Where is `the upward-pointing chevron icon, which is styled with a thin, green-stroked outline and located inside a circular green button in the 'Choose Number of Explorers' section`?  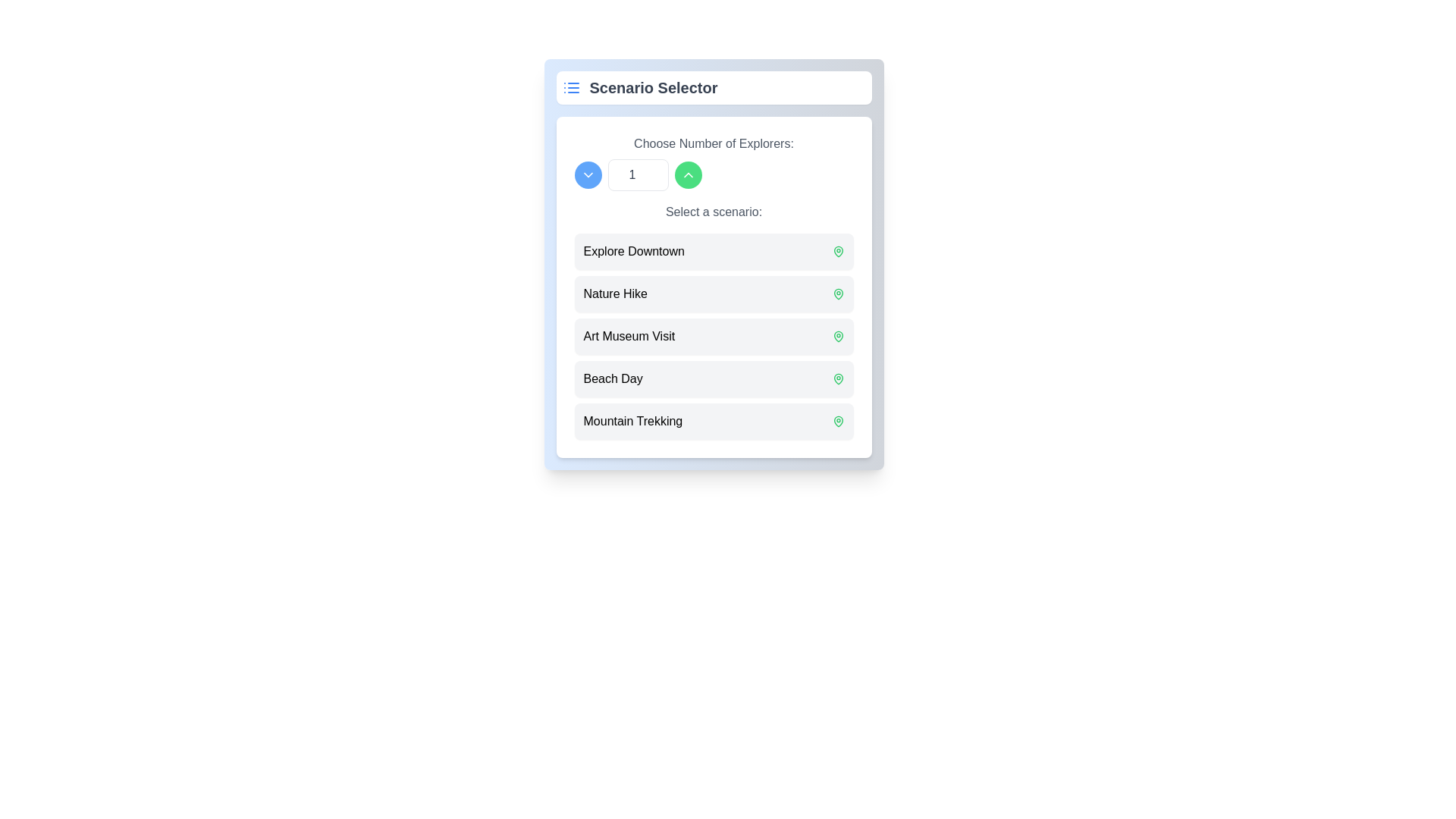 the upward-pointing chevron icon, which is styled with a thin, green-stroked outline and located inside a circular green button in the 'Choose Number of Explorers' section is located at coordinates (687, 174).